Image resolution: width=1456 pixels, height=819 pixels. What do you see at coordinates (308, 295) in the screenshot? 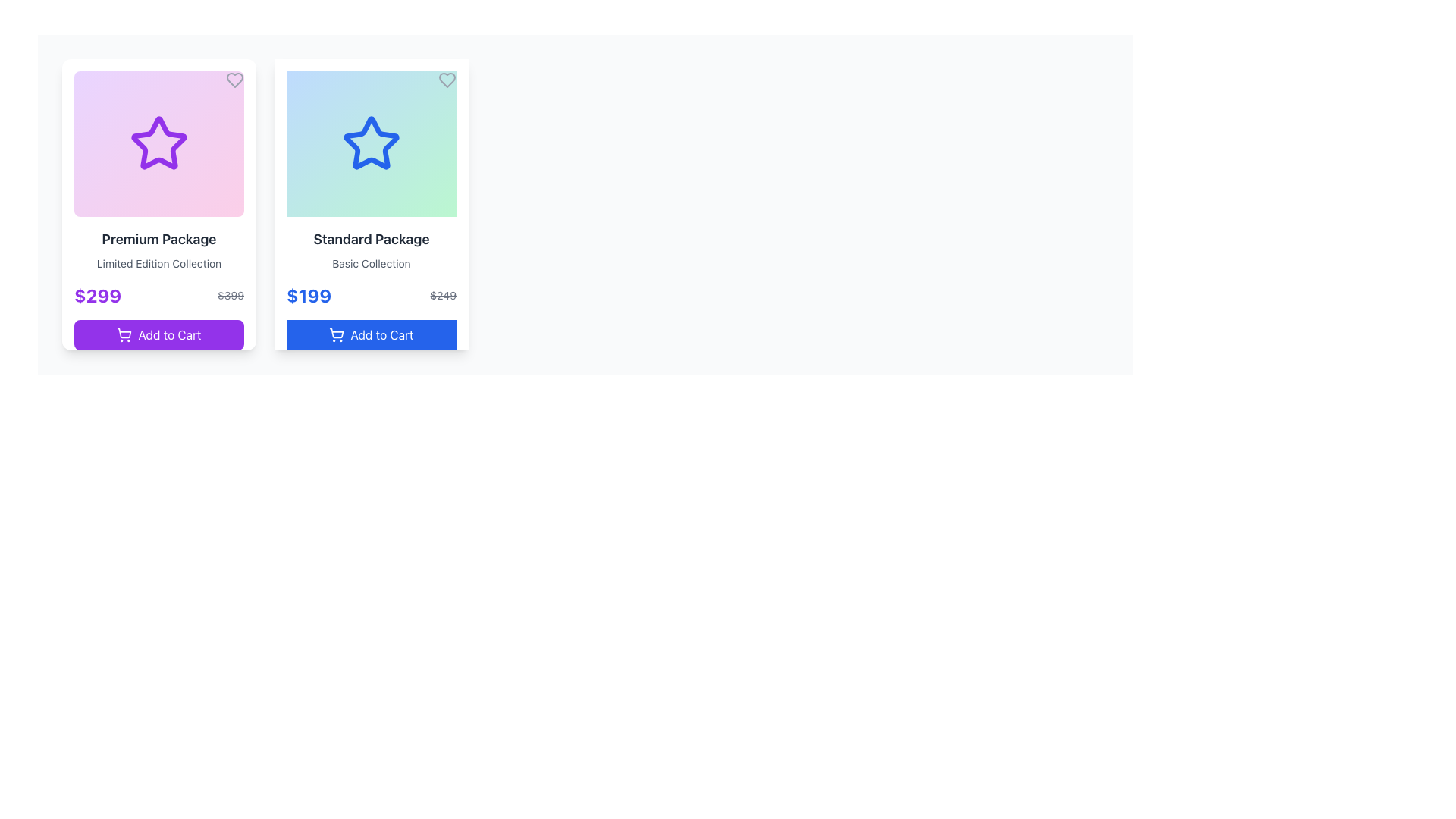
I see `the price label displaying '$199' in a bold blue font, located above the 'Add to Cart' button in the 'Standard Package' card` at bounding box center [308, 295].